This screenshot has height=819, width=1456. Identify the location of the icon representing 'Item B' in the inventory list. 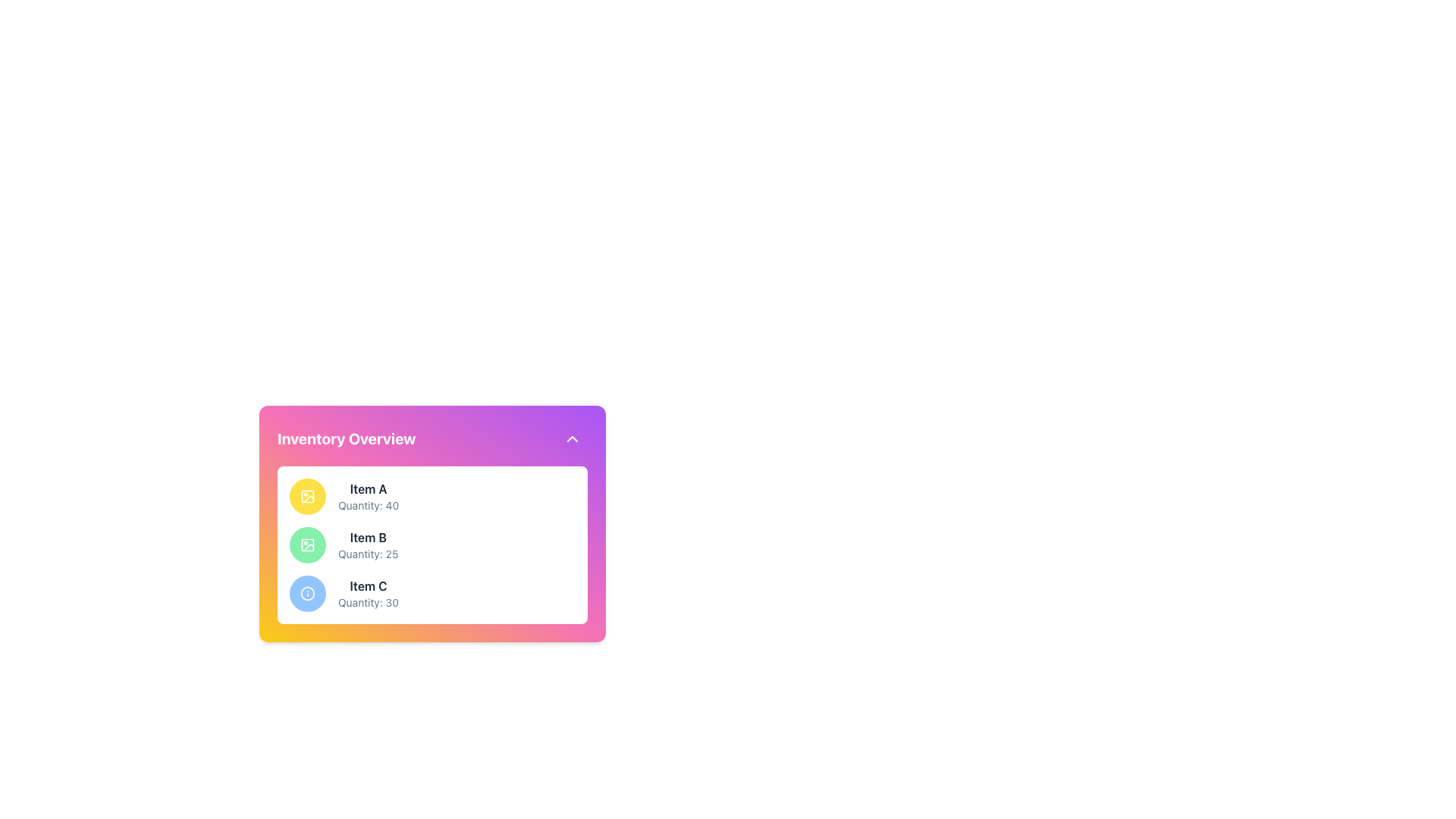
(307, 544).